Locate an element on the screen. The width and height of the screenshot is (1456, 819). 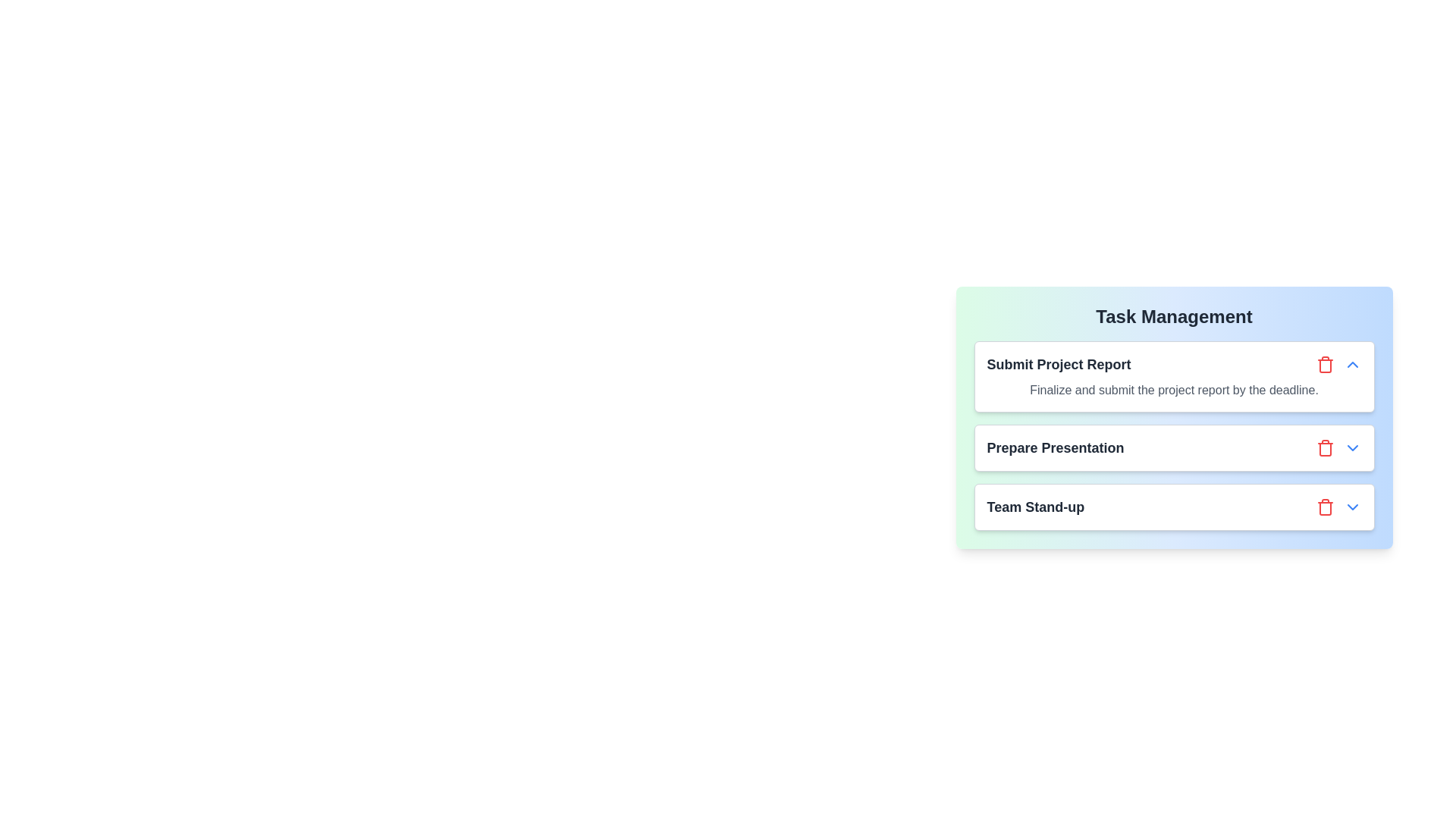
the informational Text label located beneath the 'Submit Project Report' heading in the 'Task Management' panel is located at coordinates (1173, 390).